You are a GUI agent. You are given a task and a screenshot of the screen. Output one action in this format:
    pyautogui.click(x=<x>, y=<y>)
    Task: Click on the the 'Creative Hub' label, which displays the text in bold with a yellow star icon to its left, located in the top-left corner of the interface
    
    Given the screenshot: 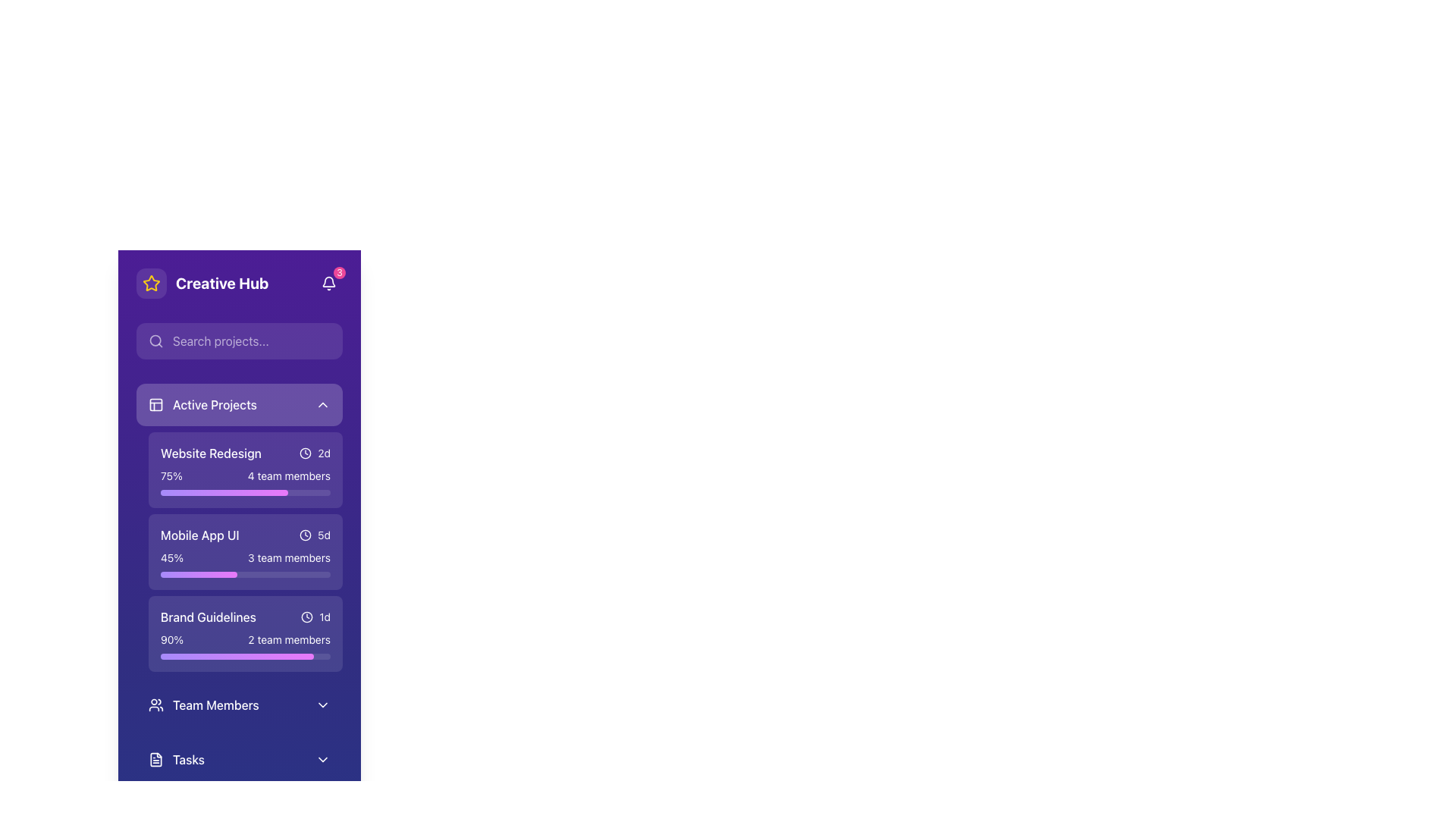 What is the action you would take?
    pyautogui.click(x=202, y=284)
    